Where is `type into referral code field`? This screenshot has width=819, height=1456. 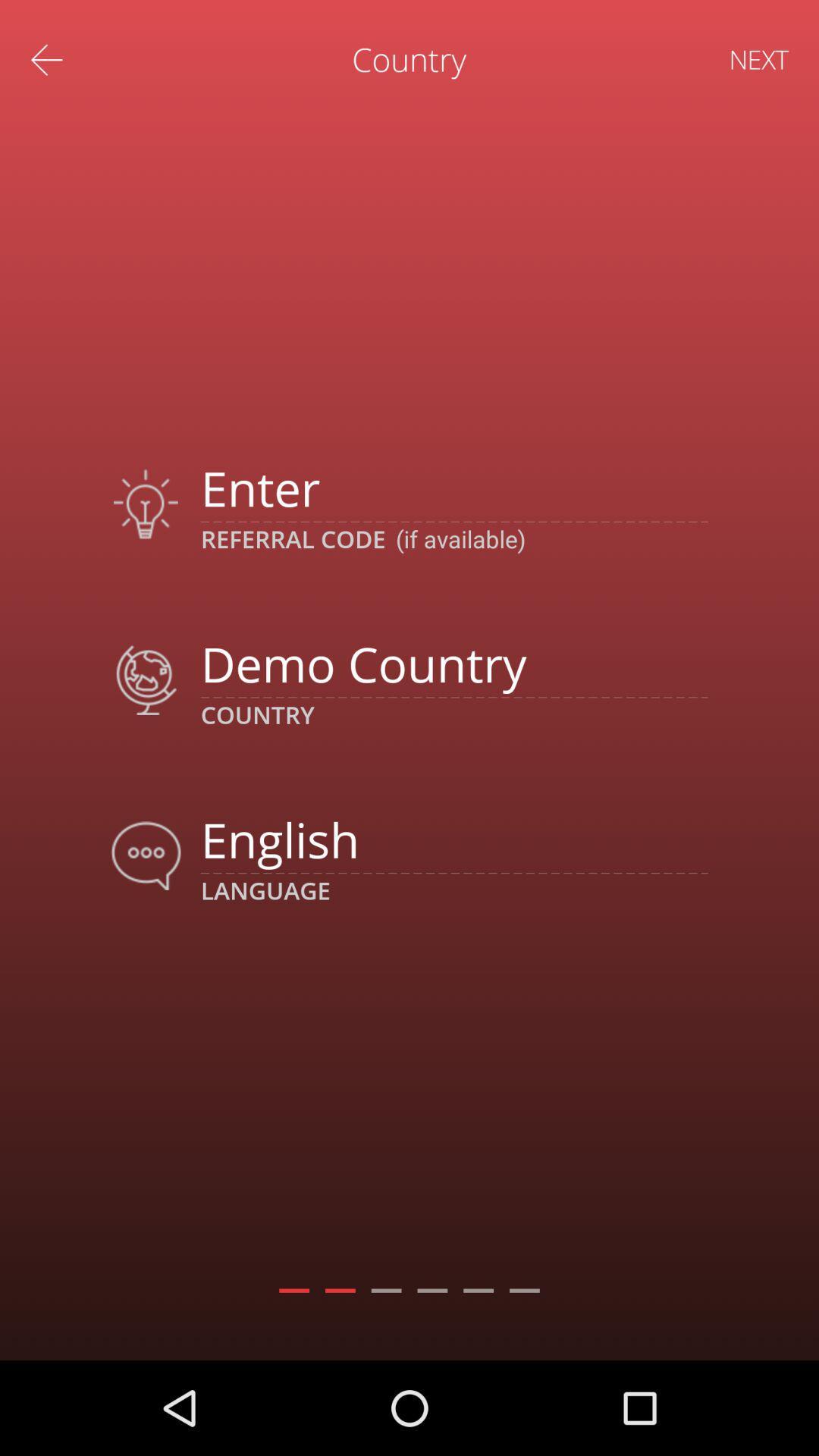
type into referral code field is located at coordinates (453, 488).